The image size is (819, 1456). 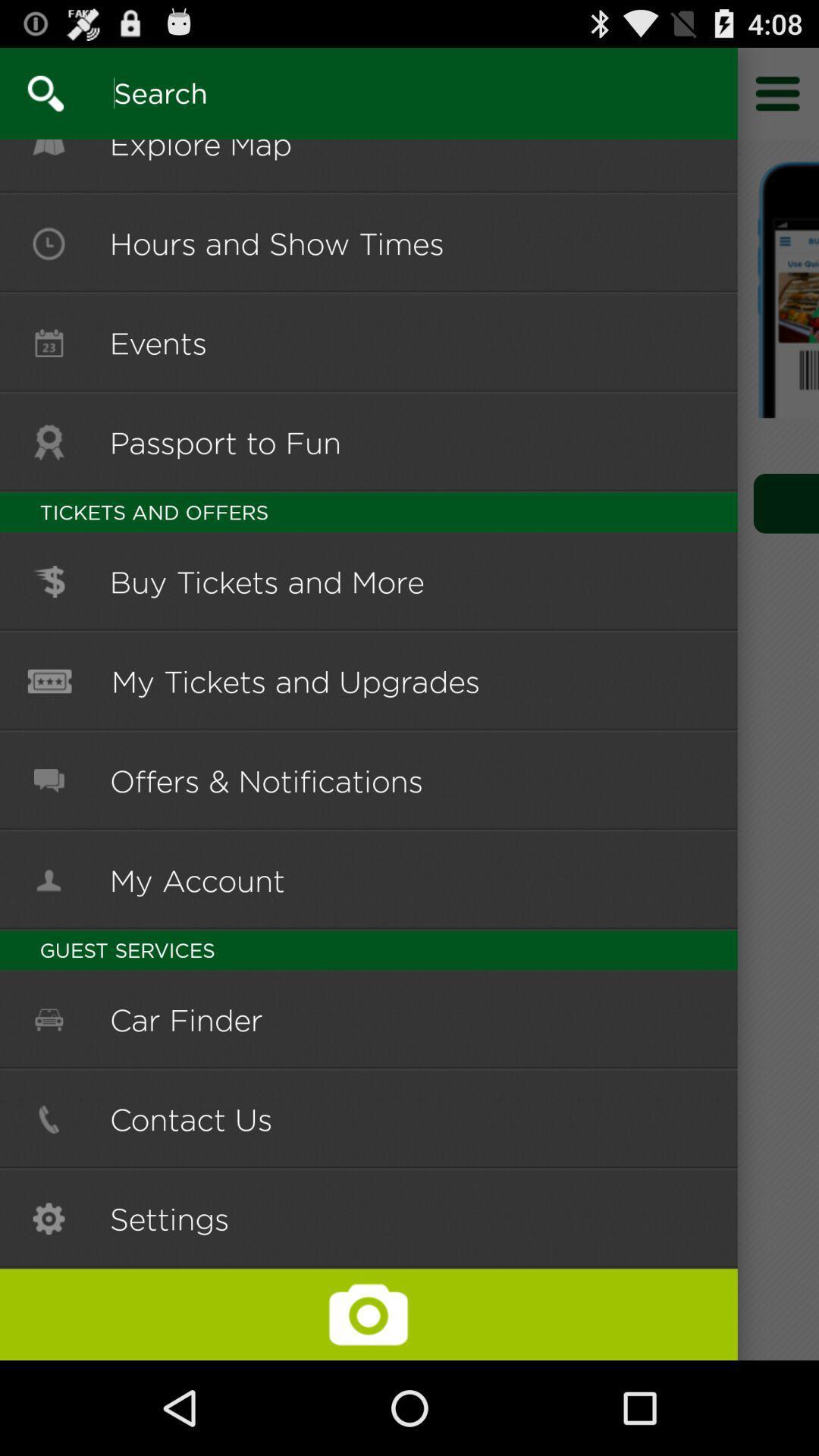 I want to click on open search option, so click(x=32, y=93).